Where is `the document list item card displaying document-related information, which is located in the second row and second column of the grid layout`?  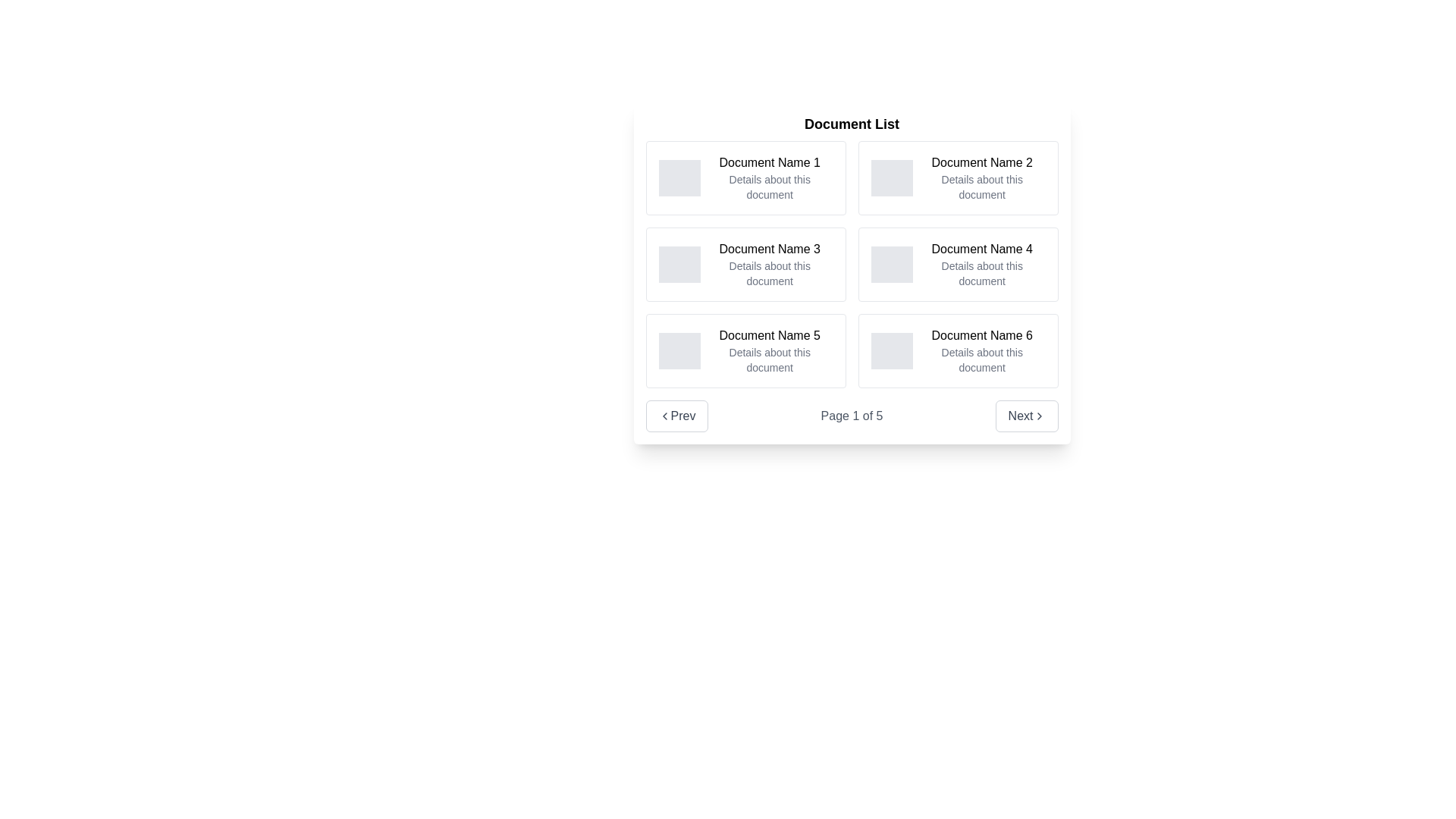 the document list item card displaying document-related information, which is located in the second row and second column of the grid layout is located at coordinates (957, 263).